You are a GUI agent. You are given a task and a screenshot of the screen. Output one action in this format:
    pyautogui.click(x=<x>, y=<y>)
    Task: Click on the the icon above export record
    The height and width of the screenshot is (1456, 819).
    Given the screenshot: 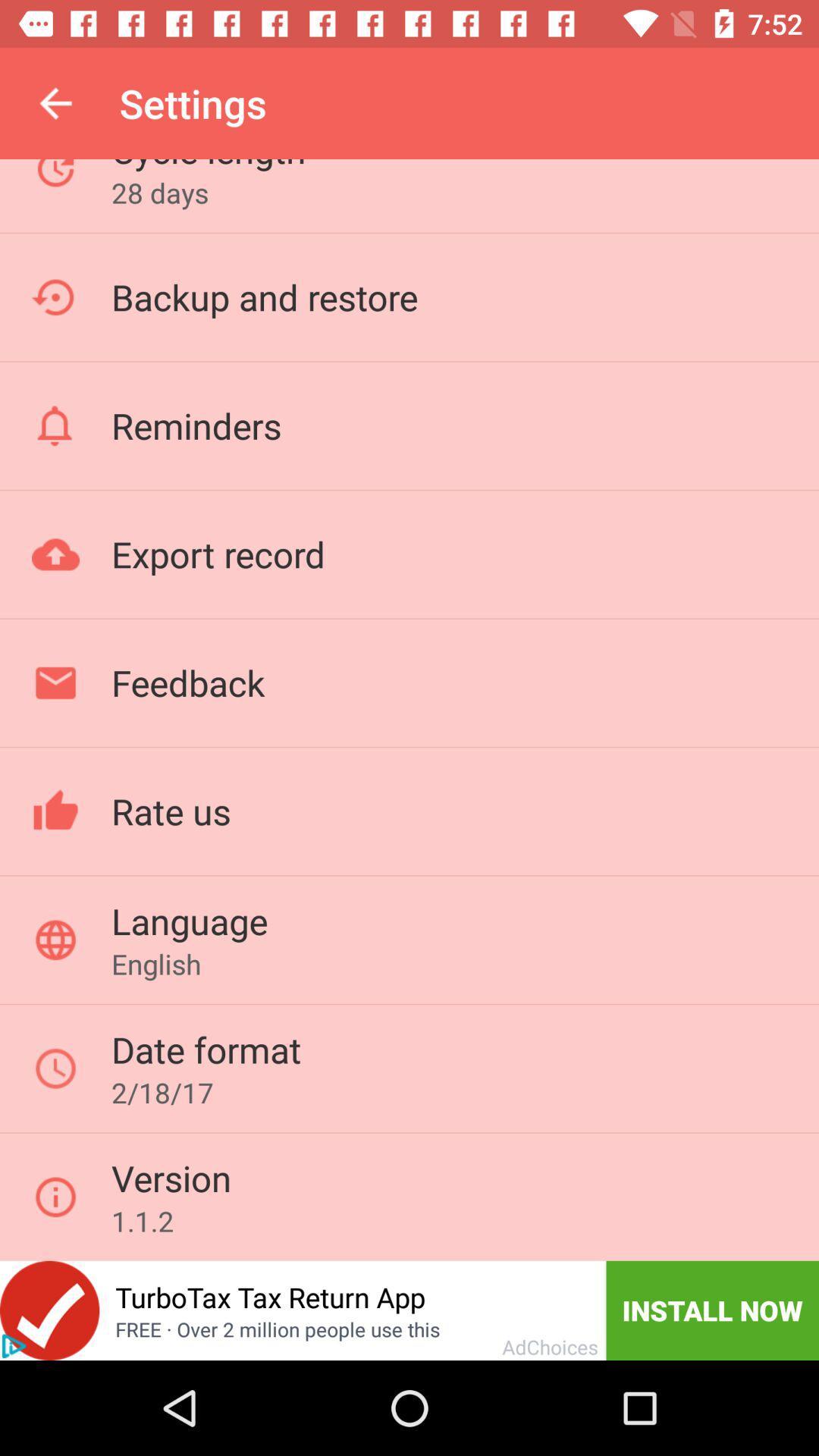 What is the action you would take?
    pyautogui.click(x=196, y=425)
    